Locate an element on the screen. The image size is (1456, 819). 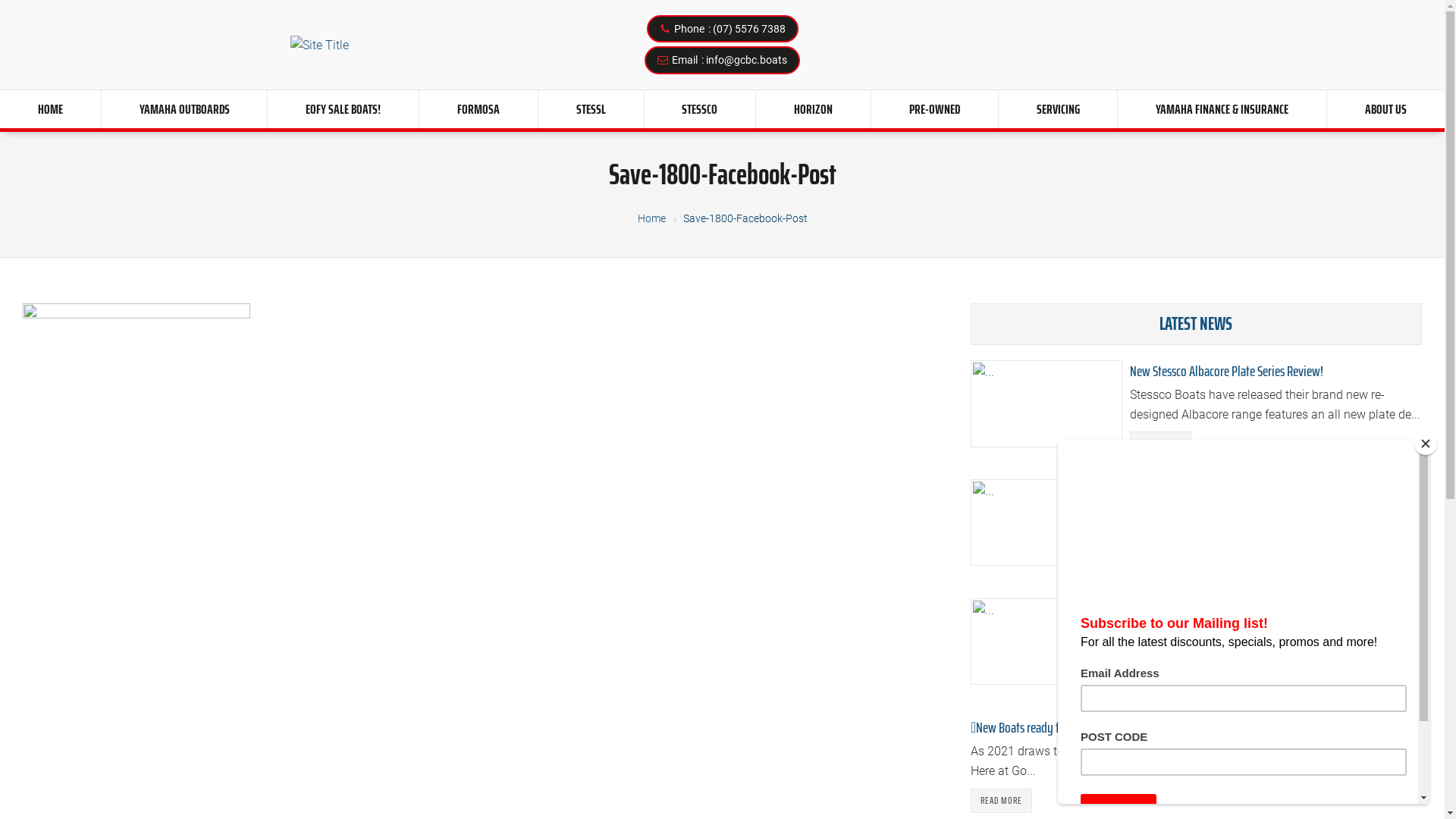
'HOME' is located at coordinates (50, 108).